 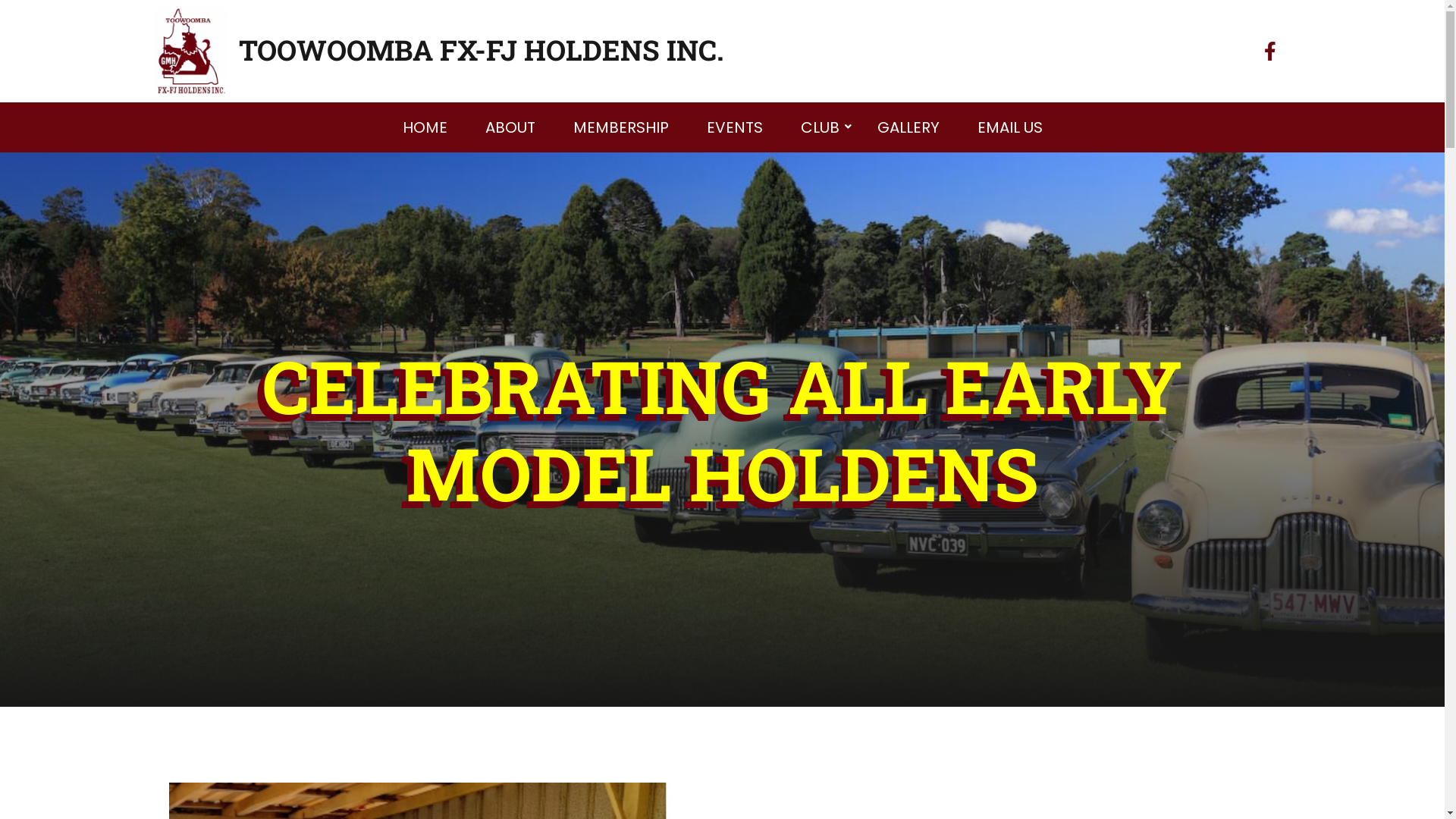 What do you see at coordinates (818, 127) in the screenshot?
I see `'CLUB'` at bounding box center [818, 127].